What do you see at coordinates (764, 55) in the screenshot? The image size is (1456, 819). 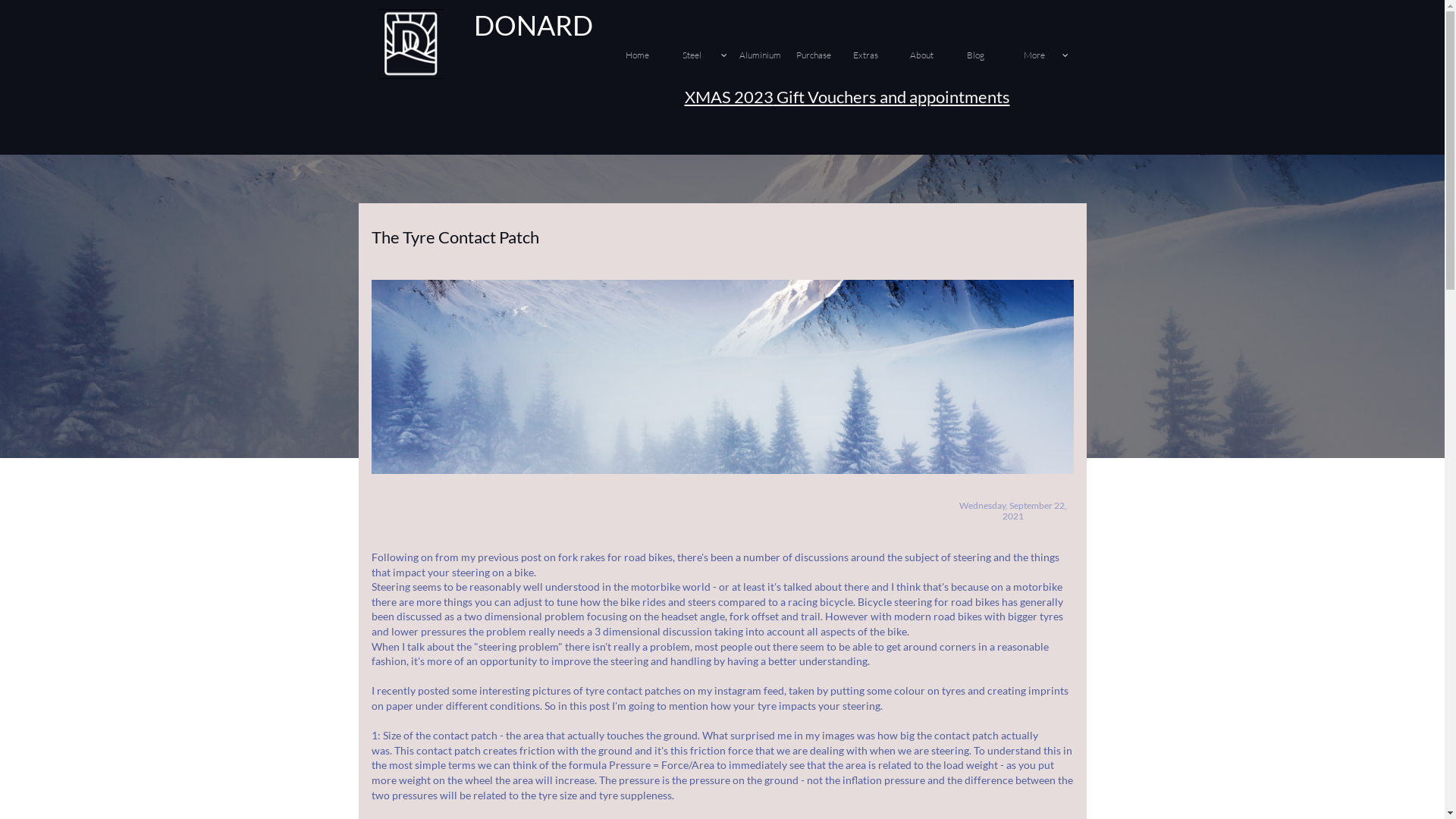 I see `'Aluminium'` at bounding box center [764, 55].